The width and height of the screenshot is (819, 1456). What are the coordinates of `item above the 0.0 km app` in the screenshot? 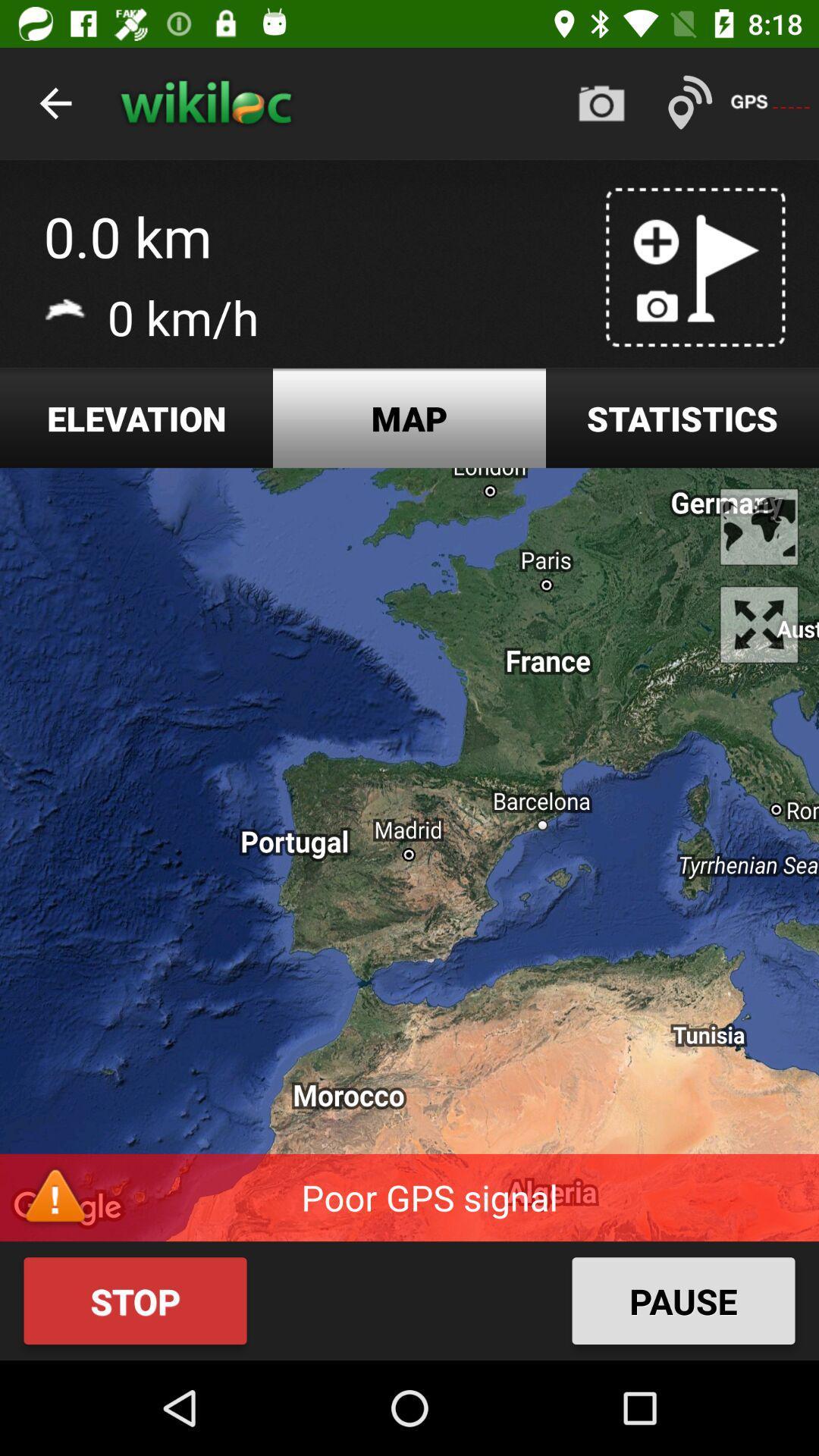 It's located at (55, 102).